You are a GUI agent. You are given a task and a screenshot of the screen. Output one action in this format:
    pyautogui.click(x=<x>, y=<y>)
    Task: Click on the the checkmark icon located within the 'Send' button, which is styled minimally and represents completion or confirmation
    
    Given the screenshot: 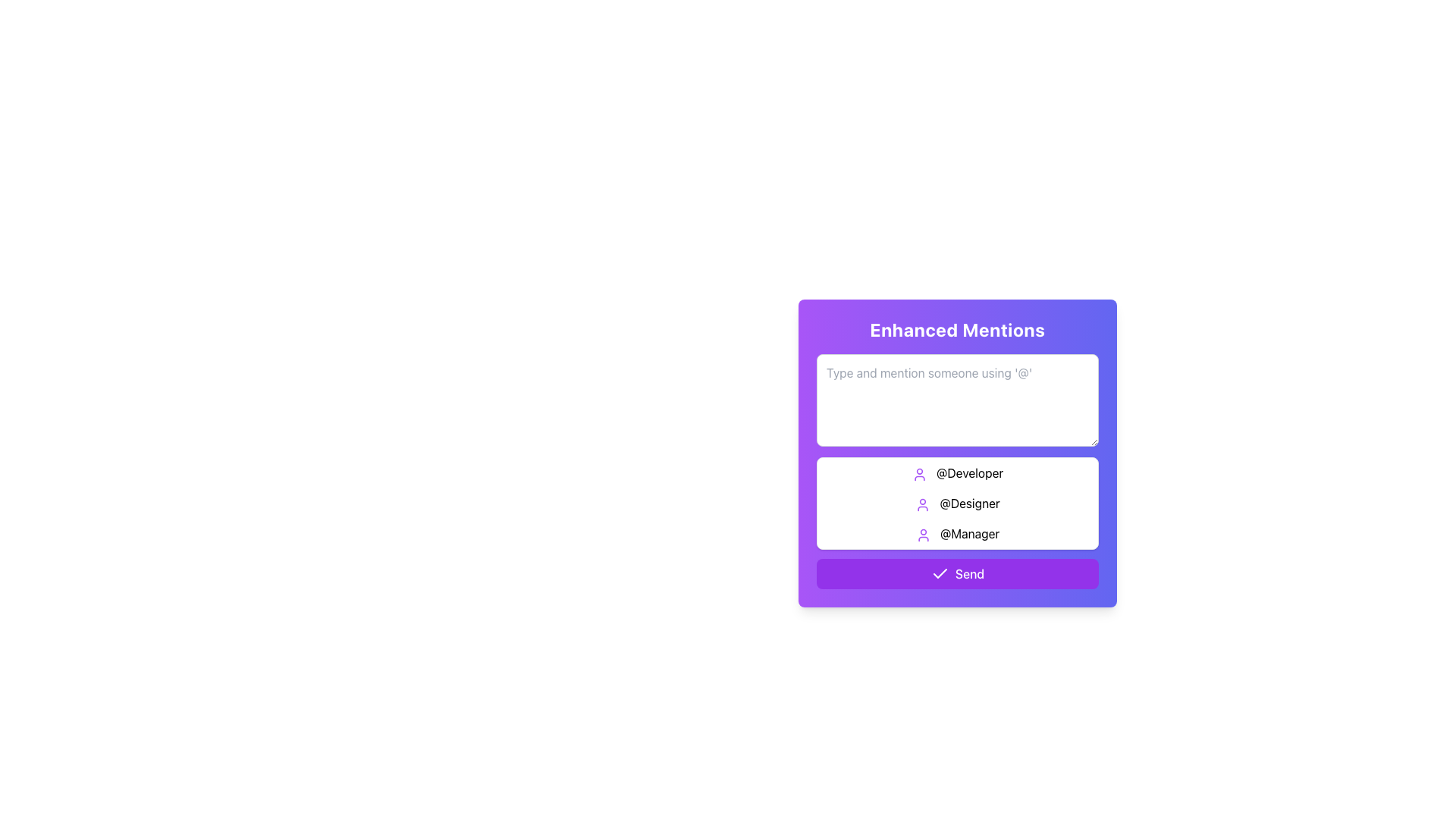 What is the action you would take?
    pyautogui.click(x=939, y=573)
    